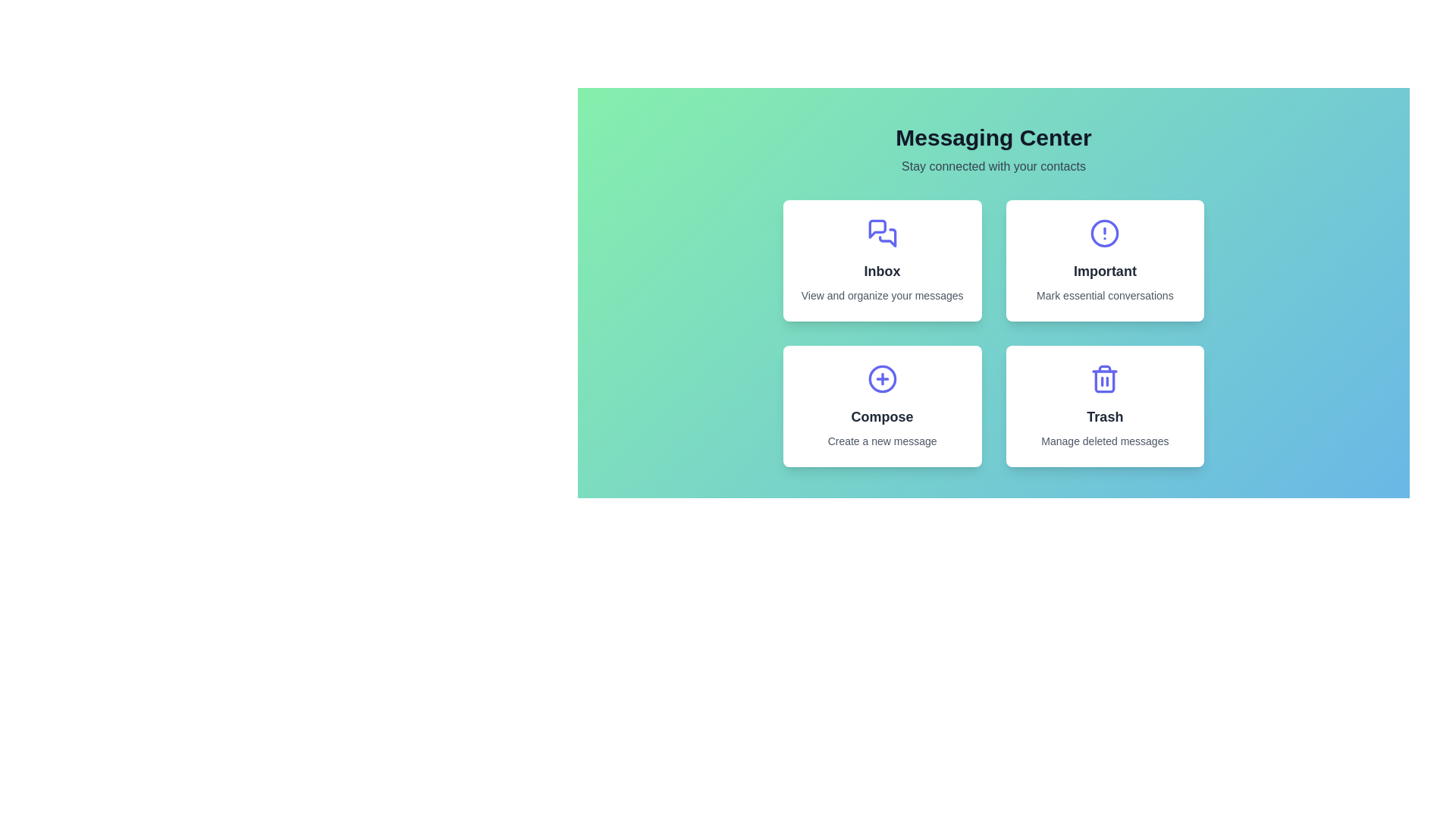 The image size is (1456, 819). What do you see at coordinates (1105, 406) in the screenshot?
I see `the interactive card located in the bottom-right of the grid layout` at bounding box center [1105, 406].